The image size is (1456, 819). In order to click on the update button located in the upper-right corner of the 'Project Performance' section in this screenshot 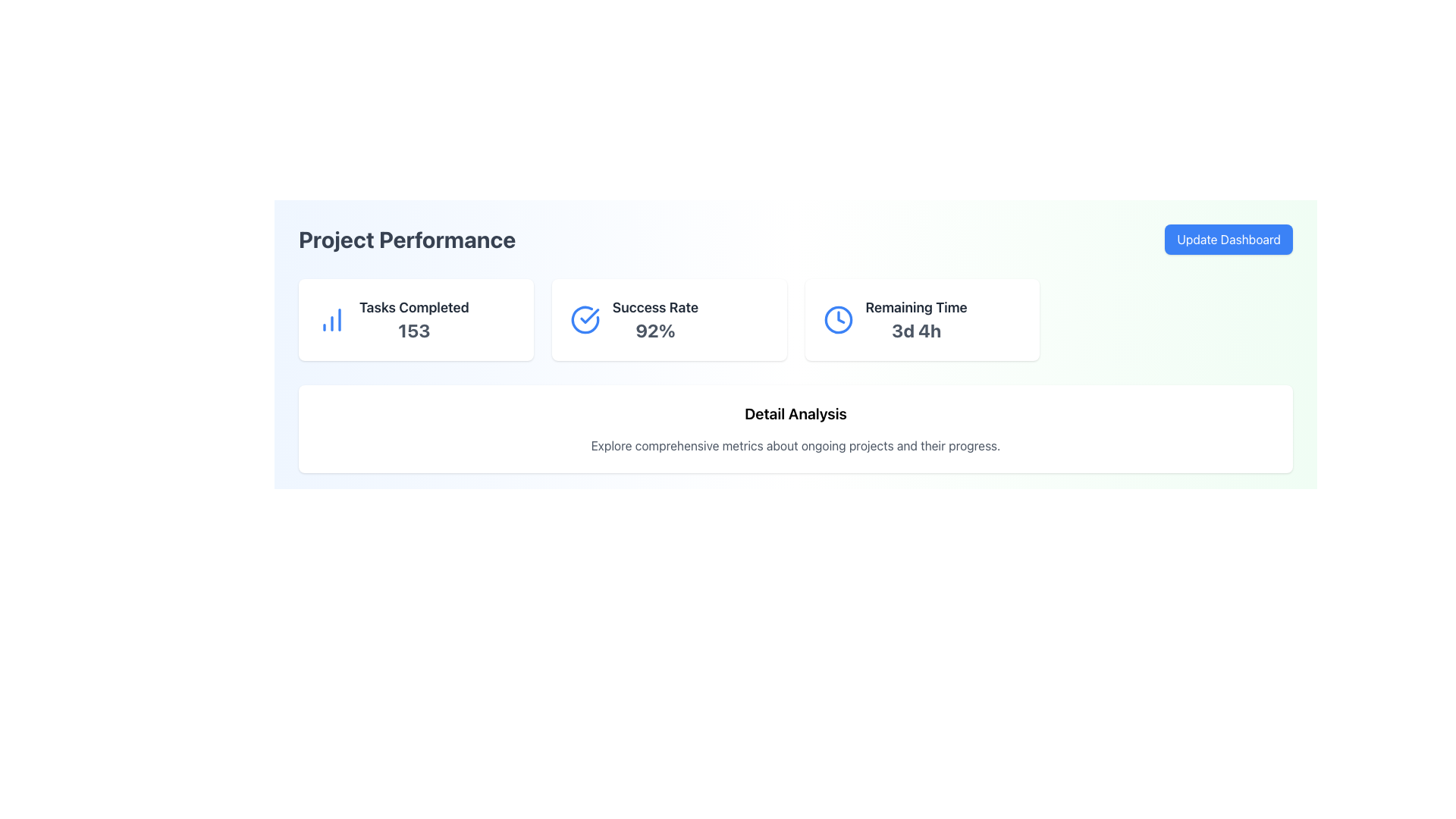, I will do `click(1228, 239)`.